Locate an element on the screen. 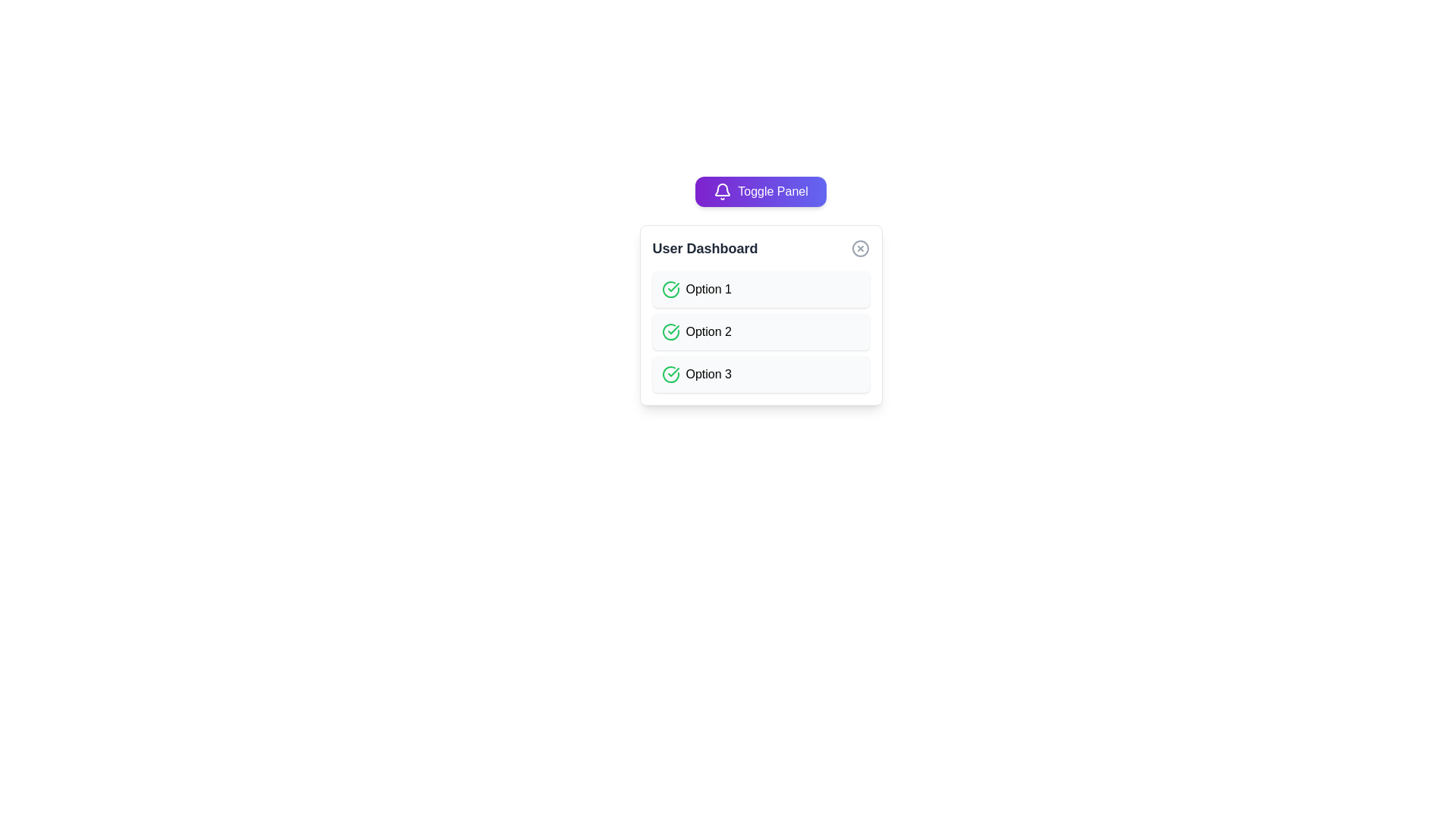 The width and height of the screenshot is (1456, 819). the status icon representing 'Option 3' in the User Dashboard, which indicates the selection state of the option is located at coordinates (670, 374).